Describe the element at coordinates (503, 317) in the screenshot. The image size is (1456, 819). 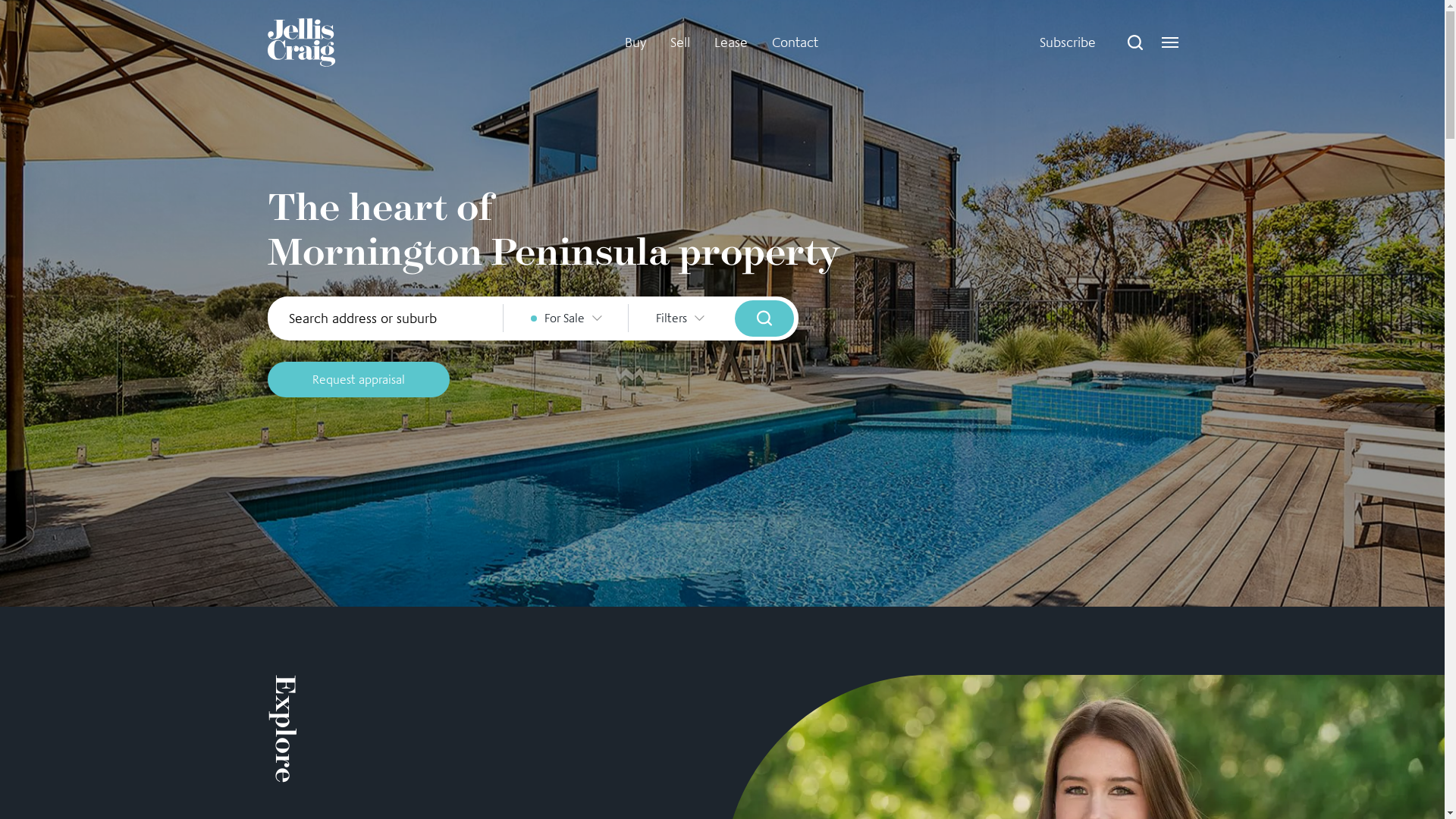
I see `'For Sale'` at that location.